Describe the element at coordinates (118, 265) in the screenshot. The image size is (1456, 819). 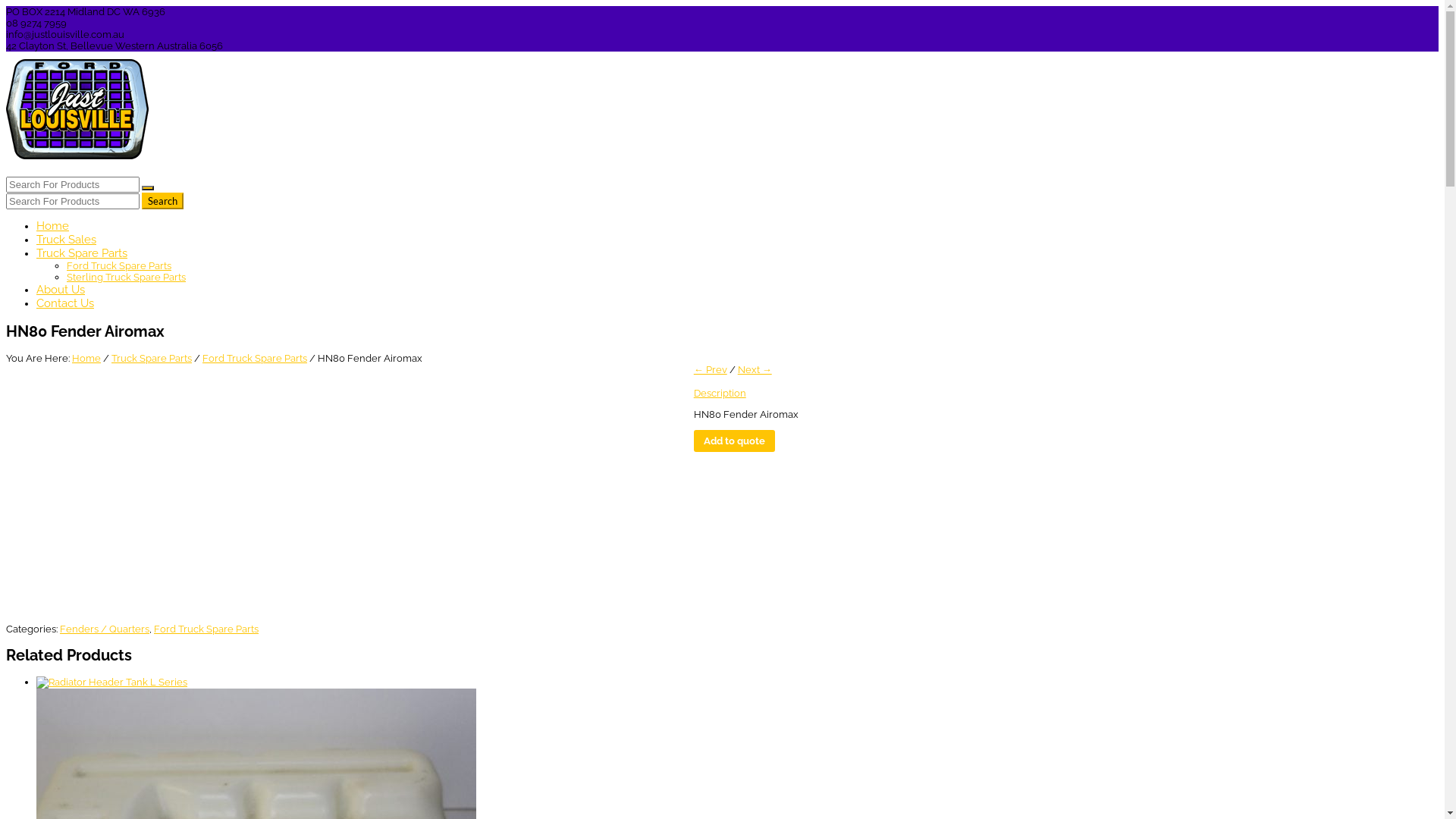
I see `'Ford Truck Spare Parts'` at that location.